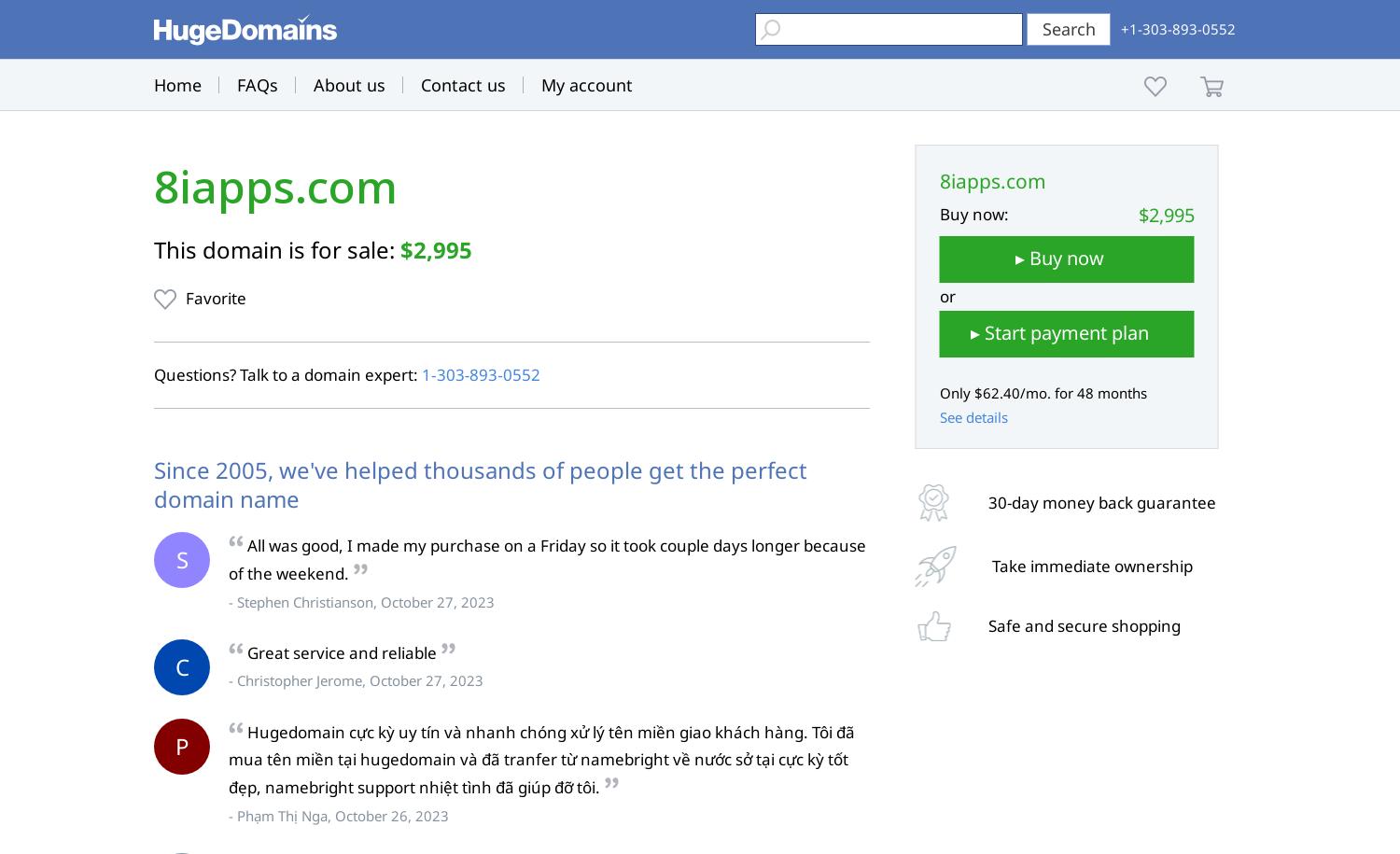 The height and width of the screenshot is (854, 1400). Describe the element at coordinates (275, 186) in the screenshot. I see `'8iapps.com'` at that location.